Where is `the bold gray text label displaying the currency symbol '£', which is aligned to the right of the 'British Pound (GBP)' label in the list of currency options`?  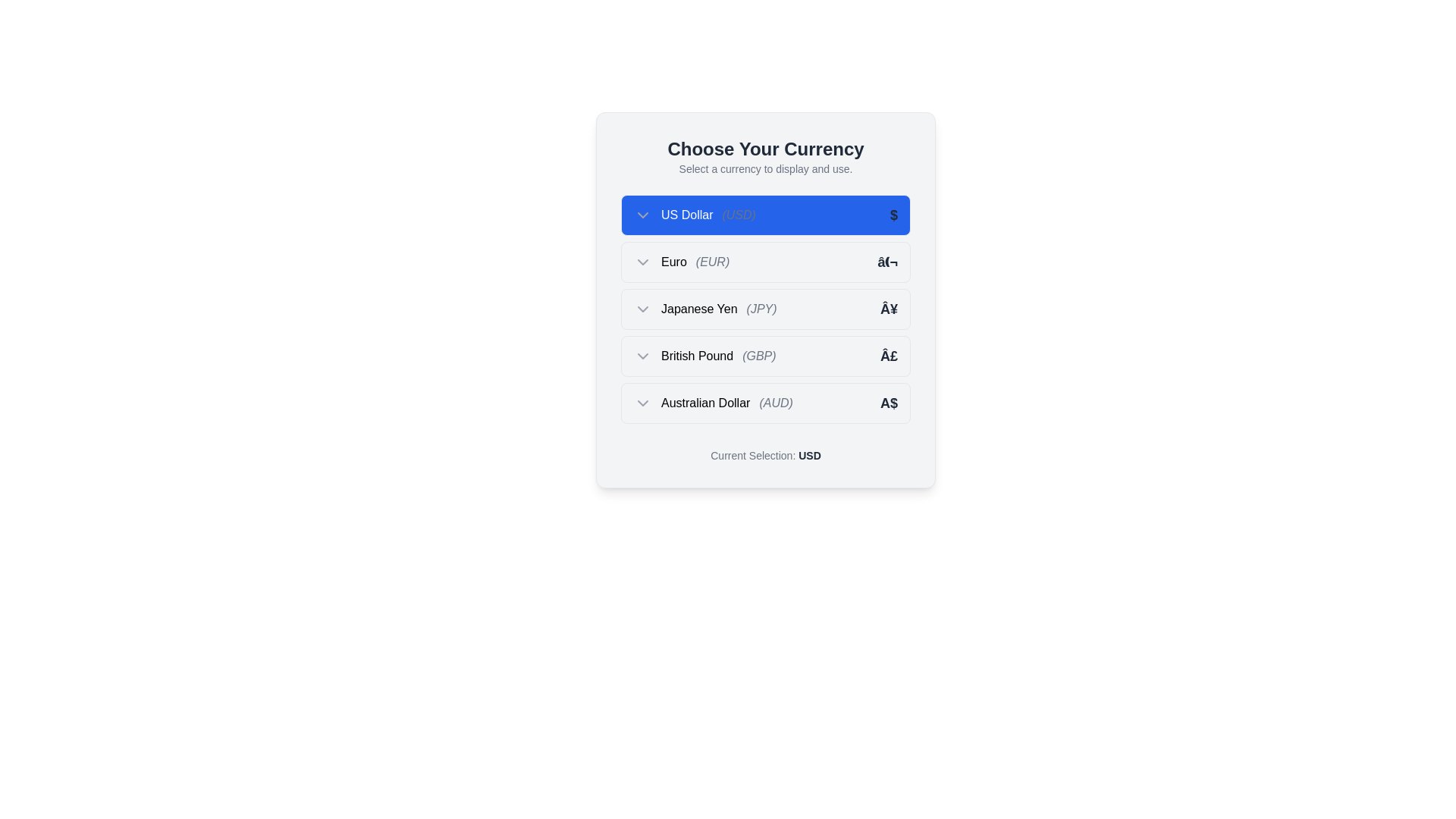 the bold gray text label displaying the currency symbol '£', which is aligned to the right of the 'British Pound (GBP)' label in the list of currency options is located at coordinates (889, 356).